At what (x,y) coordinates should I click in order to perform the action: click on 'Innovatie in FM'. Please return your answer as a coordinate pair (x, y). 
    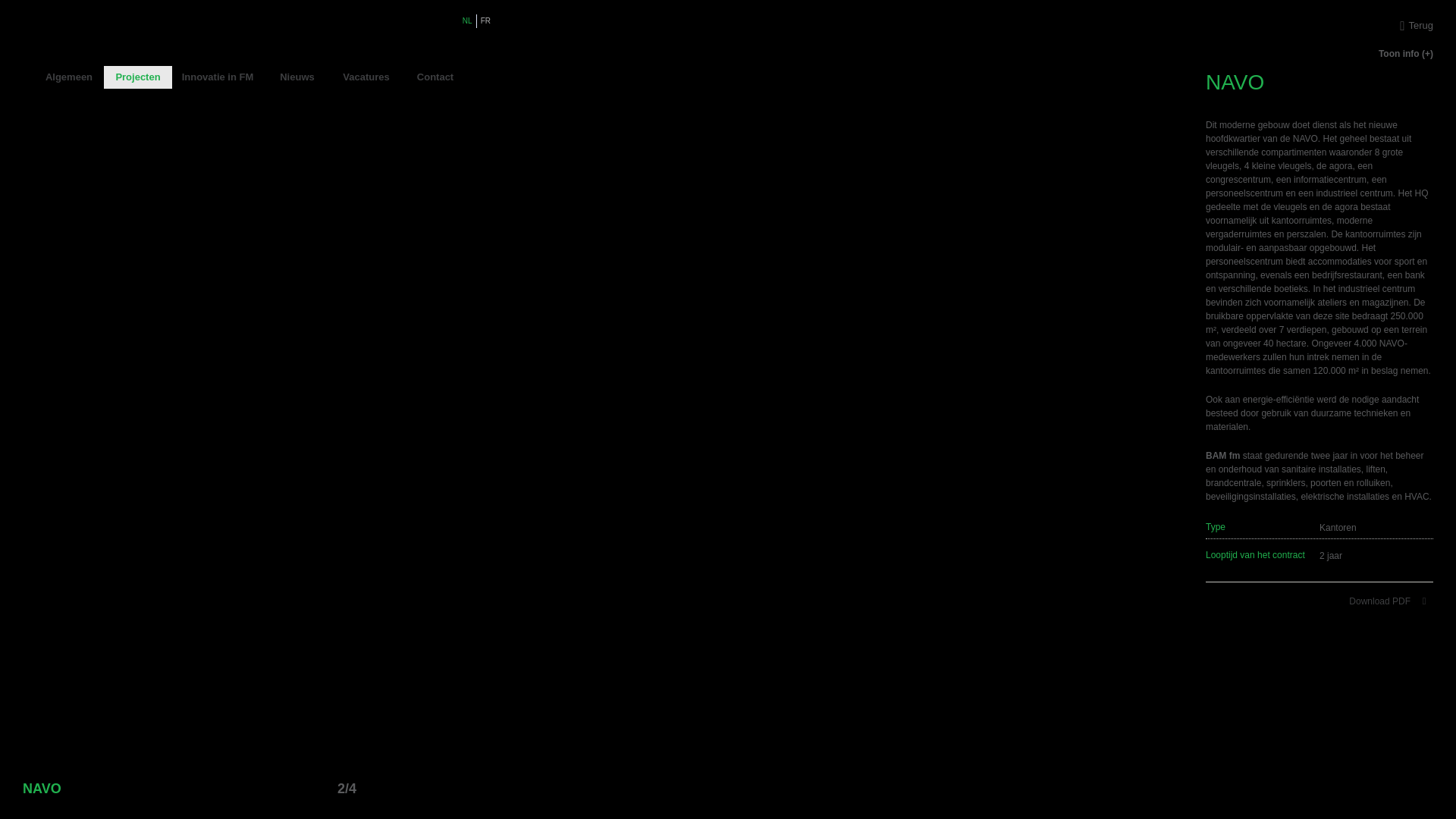
    Looking at the image, I should click on (172, 77).